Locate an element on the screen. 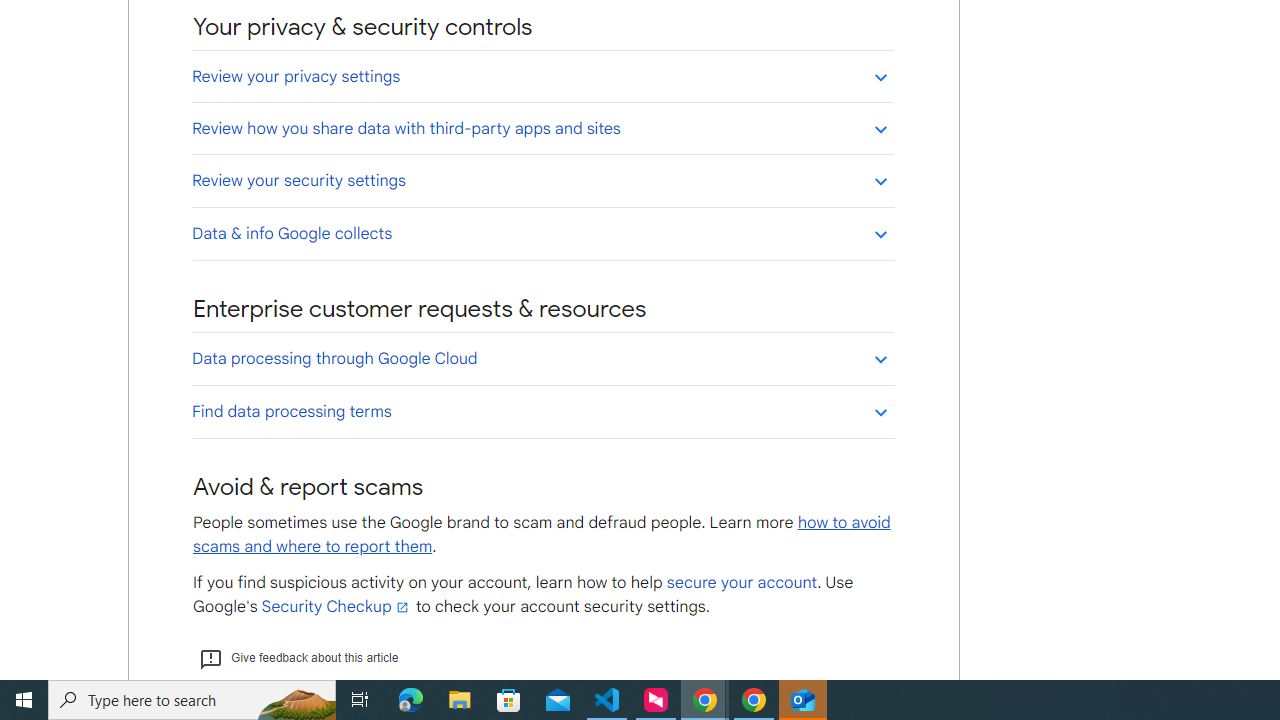 The width and height of the screenshot is (1280, 720). 'Review your privacy settings' is located at coordinates (542, 75).